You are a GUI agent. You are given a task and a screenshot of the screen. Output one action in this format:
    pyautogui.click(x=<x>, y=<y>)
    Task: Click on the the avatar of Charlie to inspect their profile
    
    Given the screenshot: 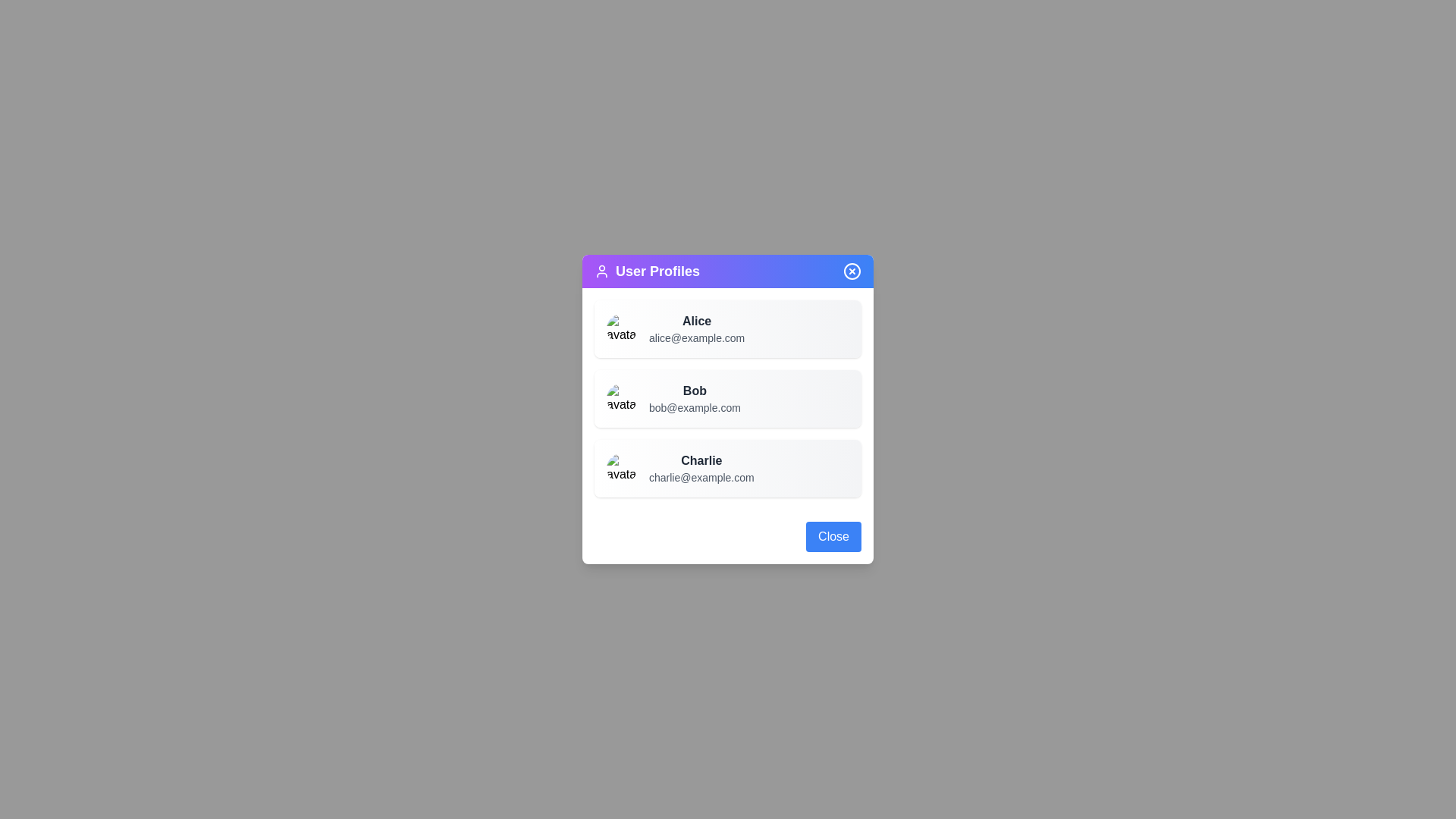 What is the action you would take?
    pyautogui.click(x=622, y=467)
    